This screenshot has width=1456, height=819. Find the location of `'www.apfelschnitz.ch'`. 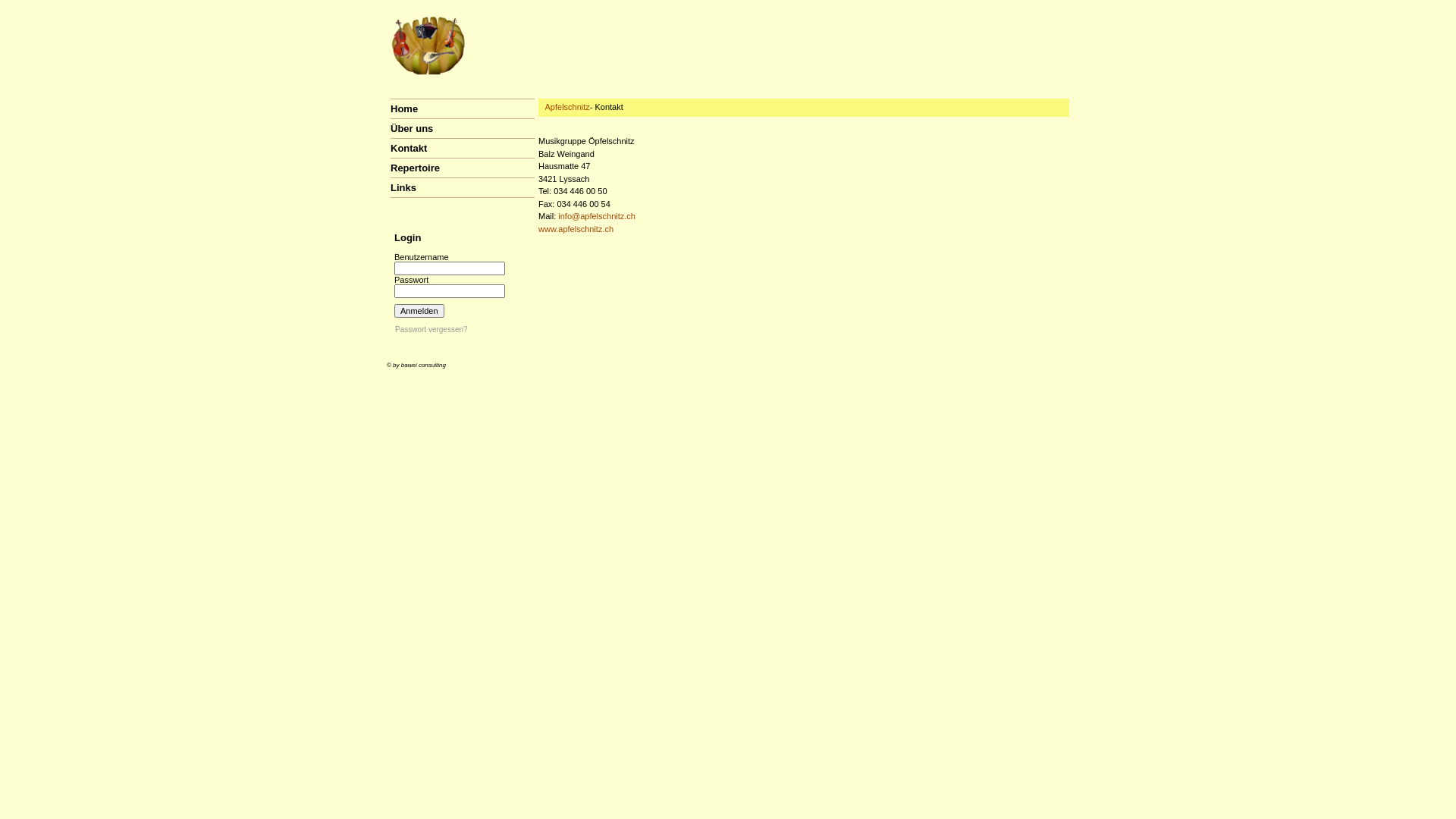

'www.apfelschnitz.ch' is located at coordinates (538, 228).